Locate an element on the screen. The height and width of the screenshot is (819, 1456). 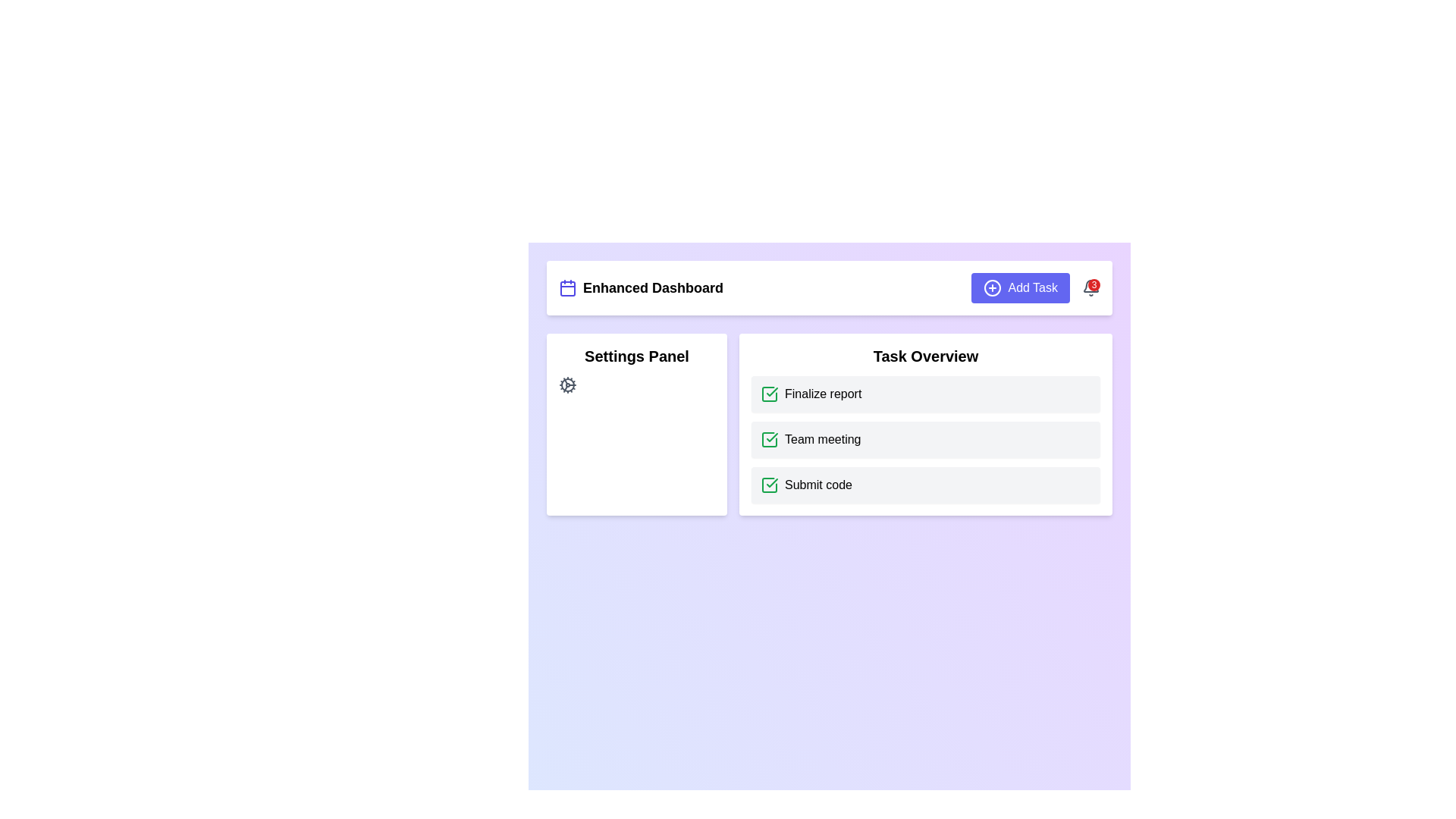
the 'Add Task' button by clicking on the adding icon located to the left of the text 'Add Task' in the upper-right section of the interface is located at coordinates (993, 288).